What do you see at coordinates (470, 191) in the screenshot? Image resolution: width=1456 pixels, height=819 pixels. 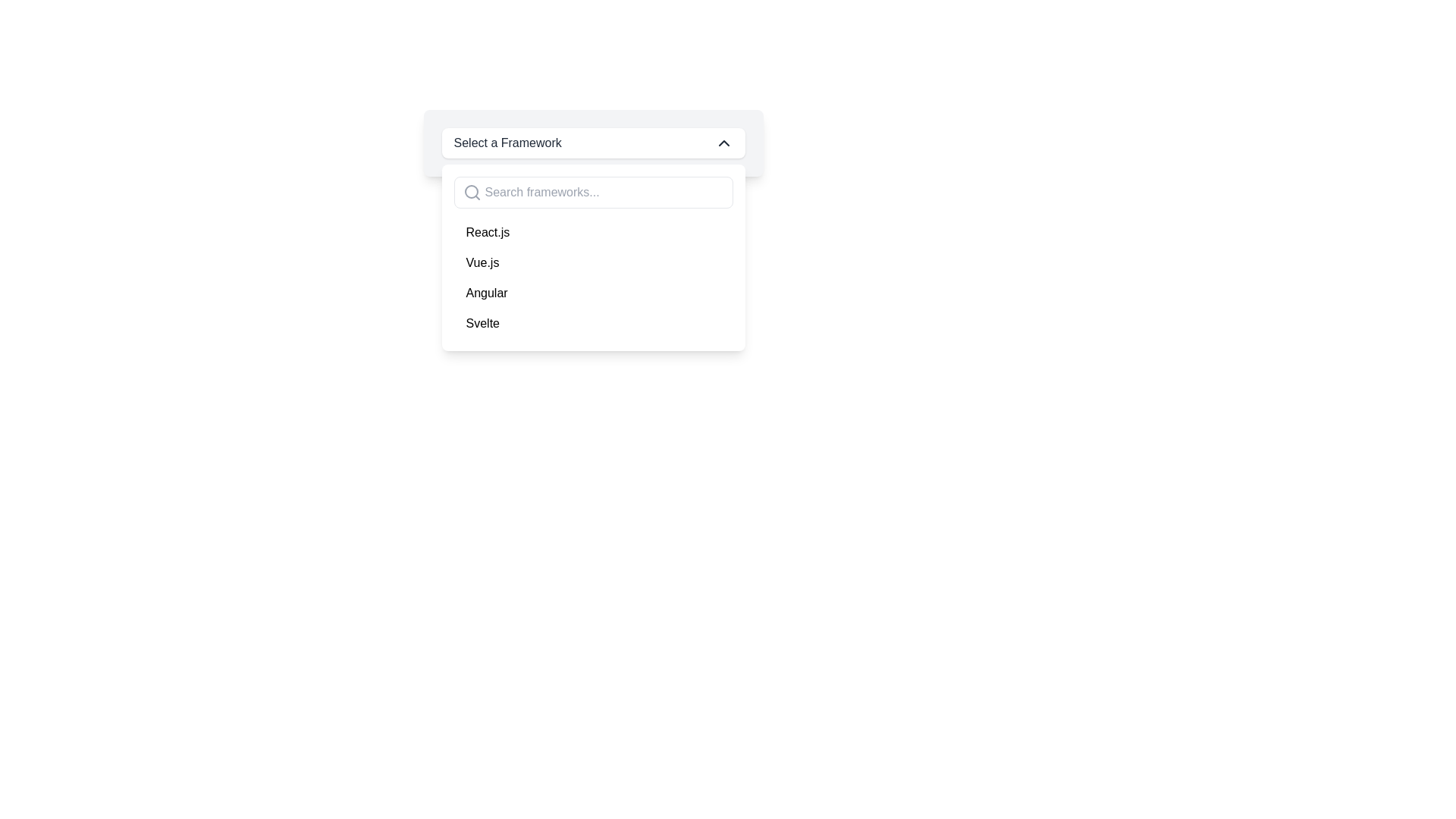 I see `the circular graphical component within the SVG icon, which is located to the left of the search input box containing the placeholder text 'Search frameworks...'` at bounding box center [470, 191].